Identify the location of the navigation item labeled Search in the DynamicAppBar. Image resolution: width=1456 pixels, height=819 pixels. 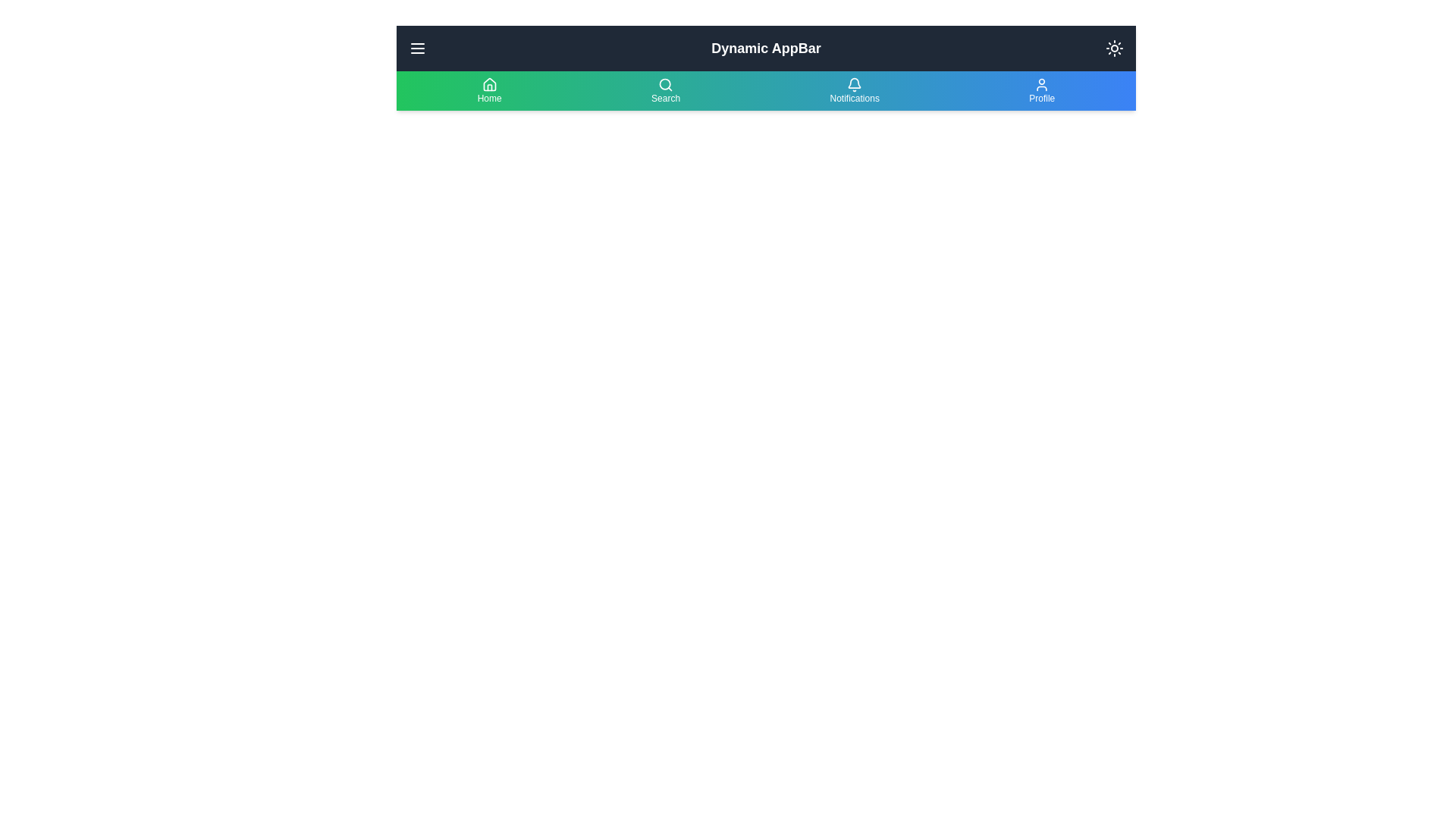
(666, 90).